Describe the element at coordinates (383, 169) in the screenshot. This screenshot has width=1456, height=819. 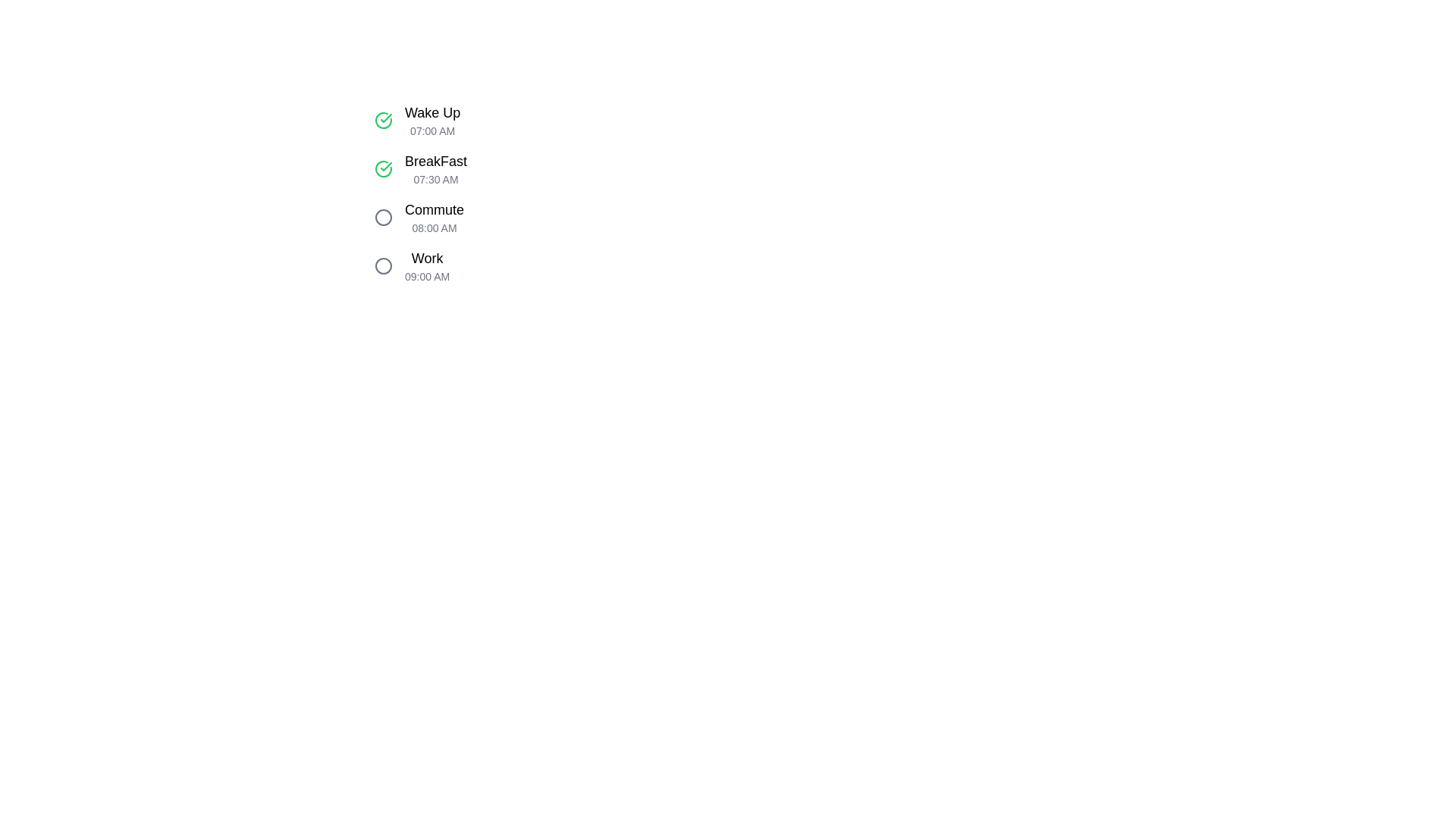
I see `associated status of the 'Wake Up' completion icon, which is the first in a vertical list and positioned to the left of the text 'Wake Up'` at that location.